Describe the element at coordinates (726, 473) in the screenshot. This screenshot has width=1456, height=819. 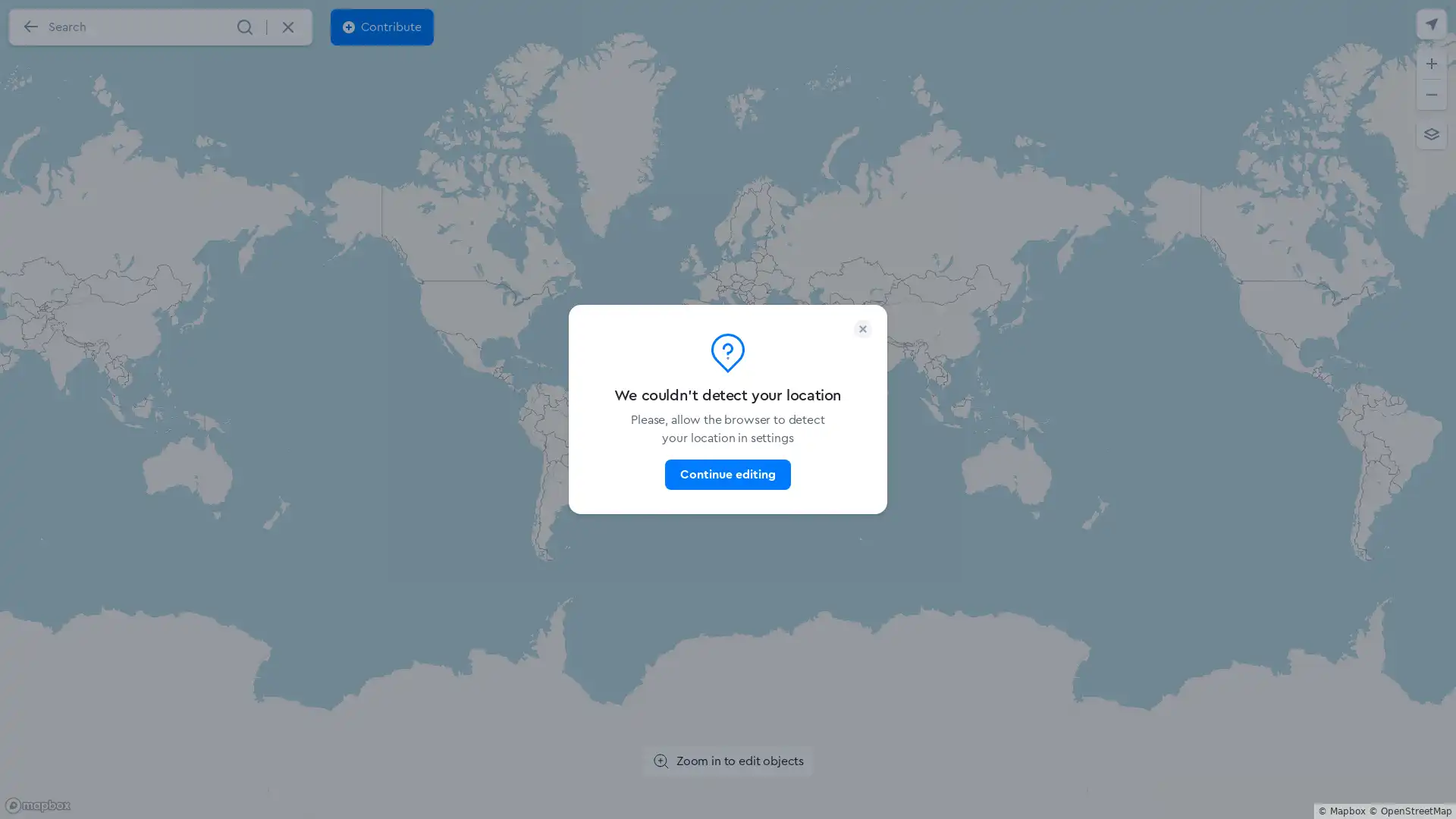
I see `Continue editing` at that location.